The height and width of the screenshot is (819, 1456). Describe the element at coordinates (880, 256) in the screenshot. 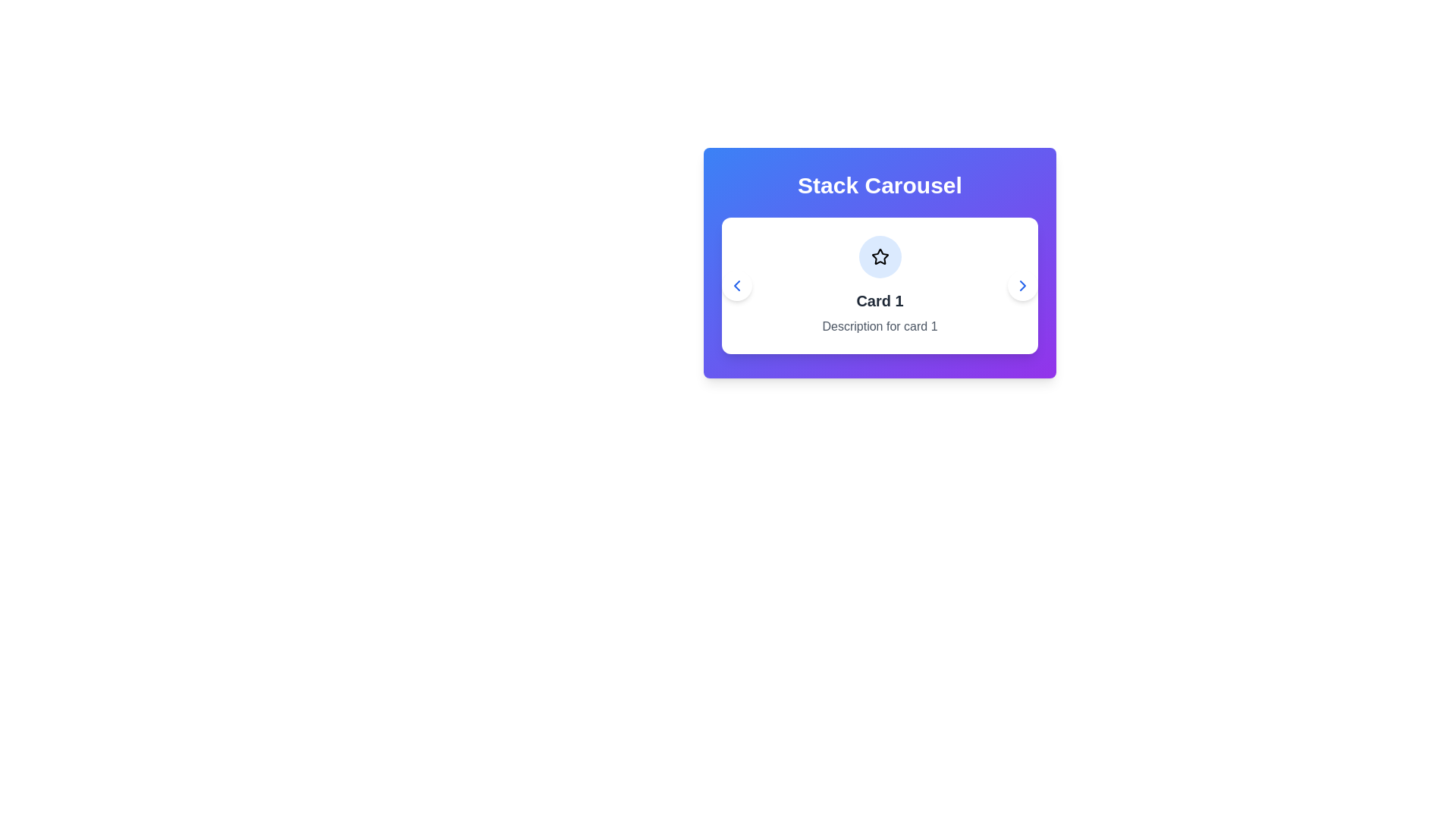

I see `the star-shaped icon with a light blue circular background located in 'Card 1' above the card title` at that location.